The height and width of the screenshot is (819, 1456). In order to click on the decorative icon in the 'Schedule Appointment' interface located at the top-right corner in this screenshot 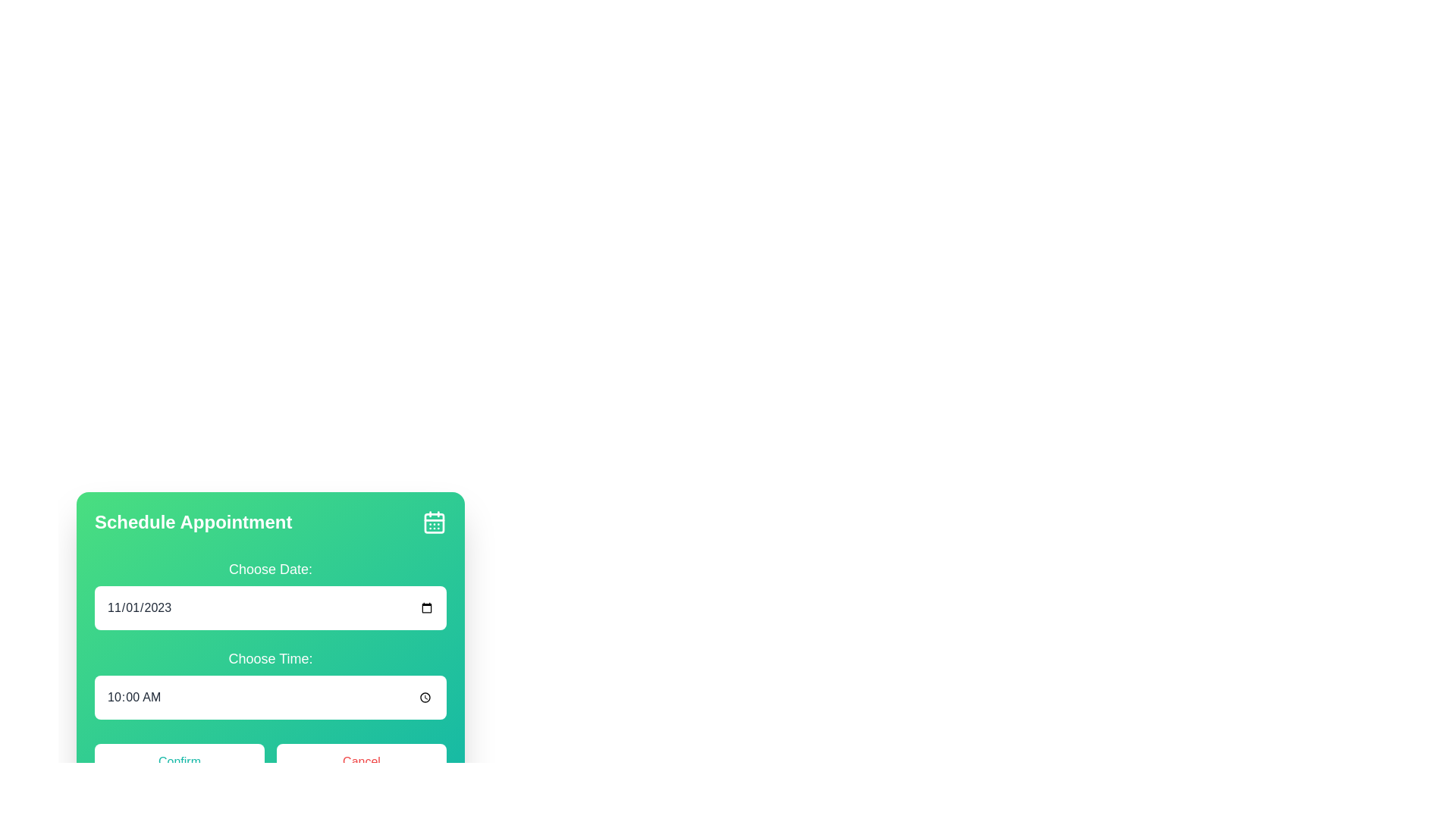, I will do `click(433, 522)`.